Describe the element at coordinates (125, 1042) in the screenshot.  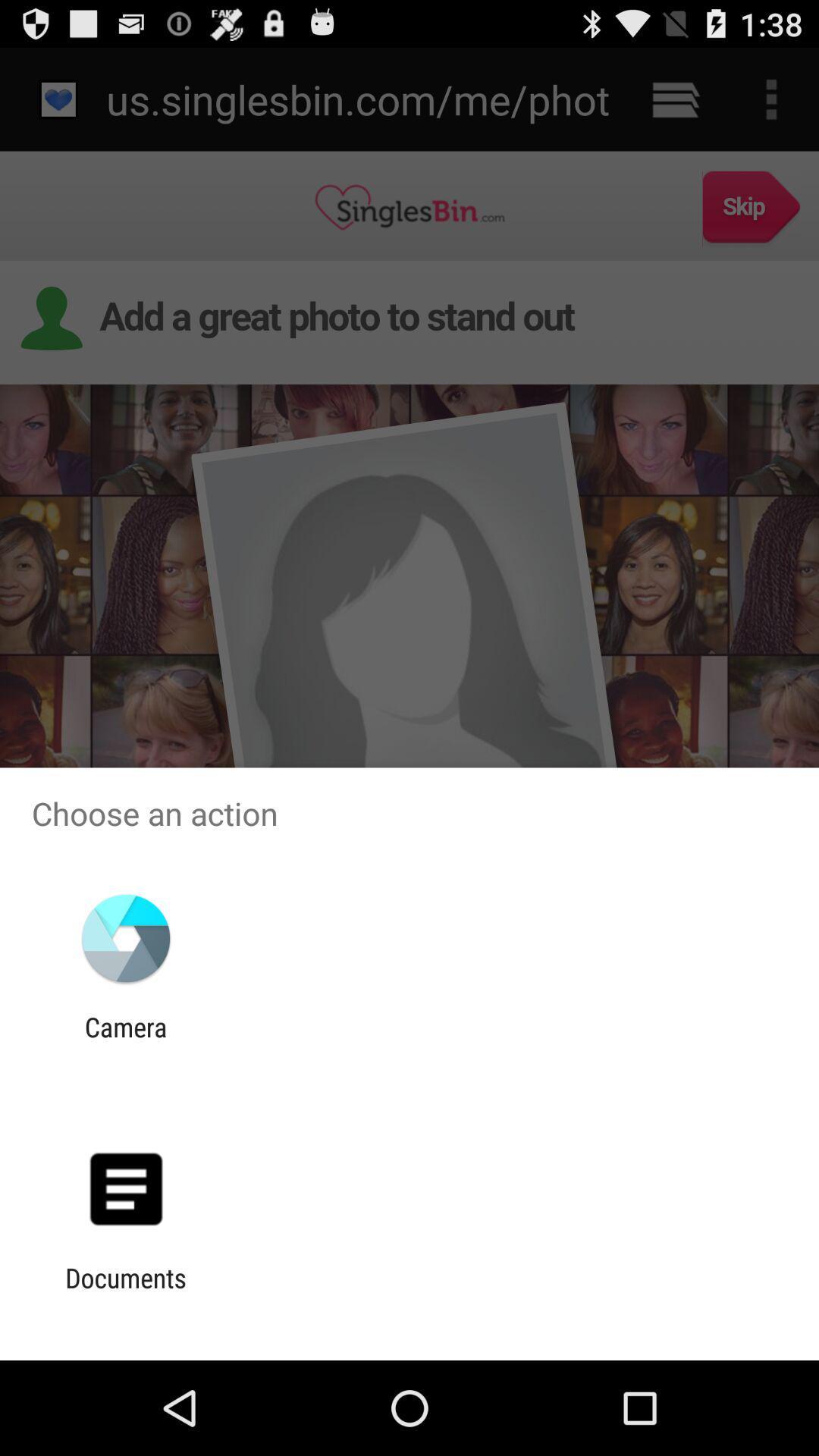
I see `camera app` at that location.